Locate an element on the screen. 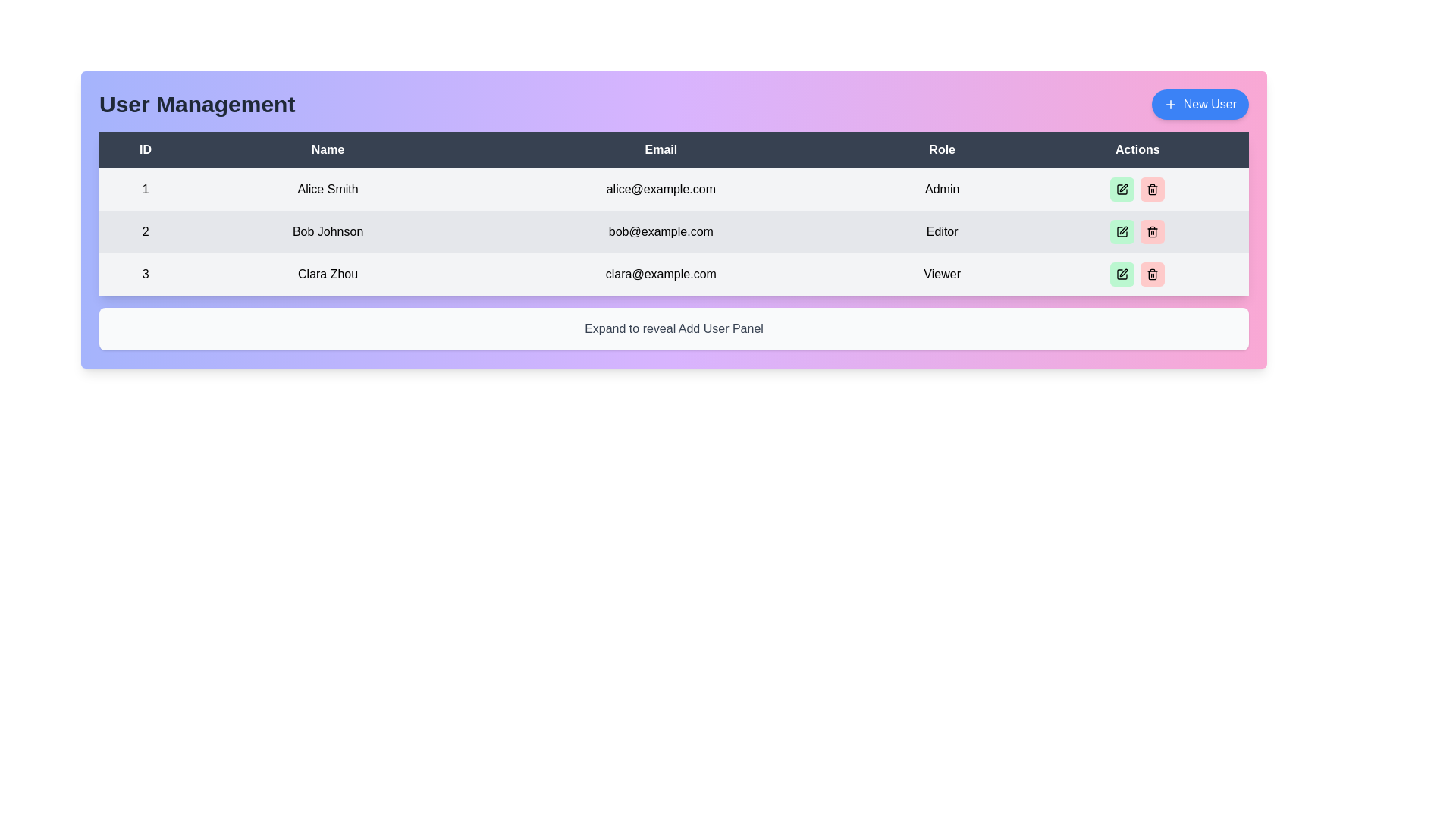 The width and height of the screenshot is (1456, 819). the delete button, which is a rounded square icon with a pink background and a trash bin symbol, located in the 'Actions' column of the second row for user 'Bob Johnson' is located at coordinates (1153, 231).